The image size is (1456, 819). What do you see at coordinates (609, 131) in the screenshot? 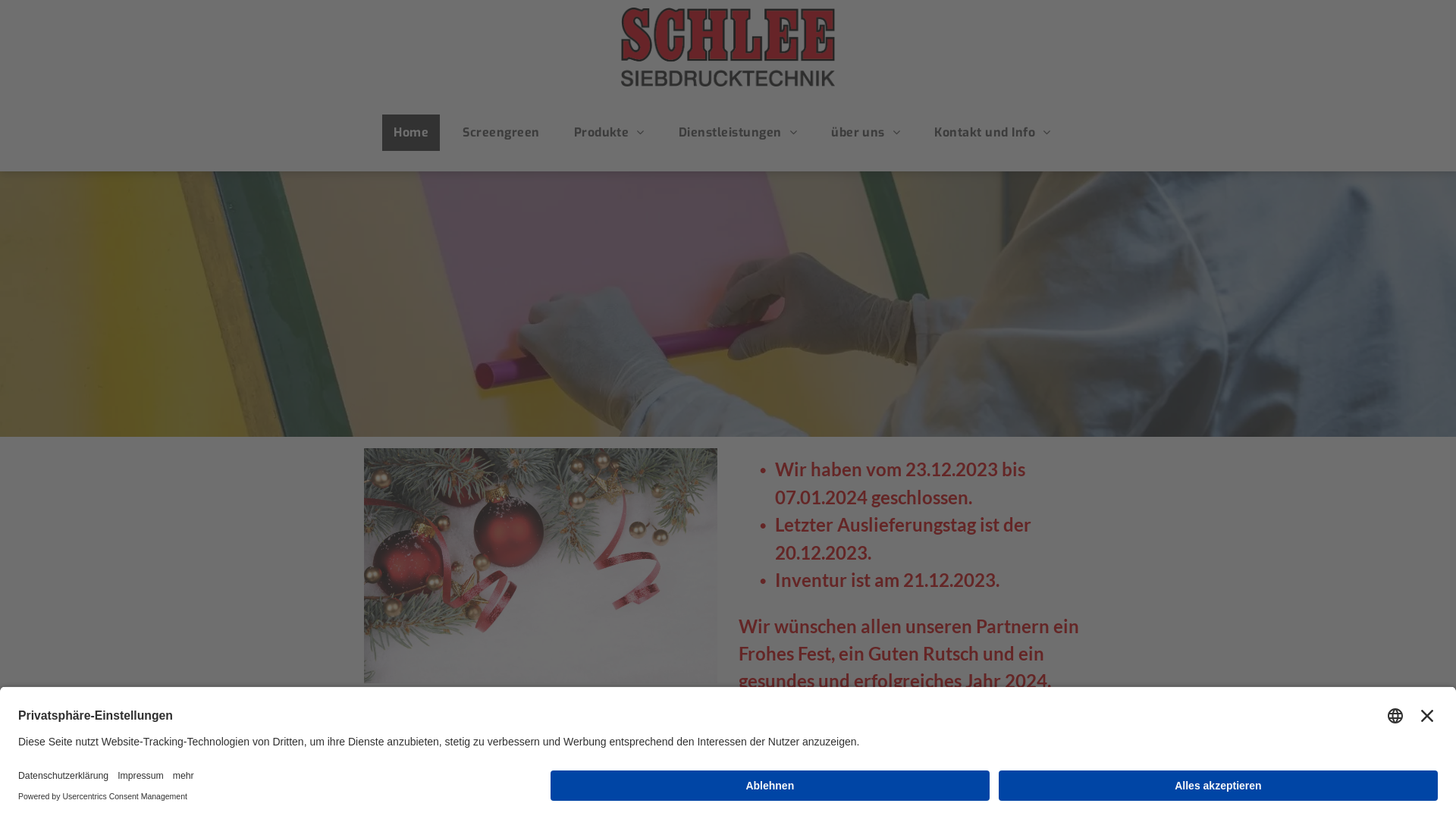
I see `'Produkte'` at bounding box center [609, 131].